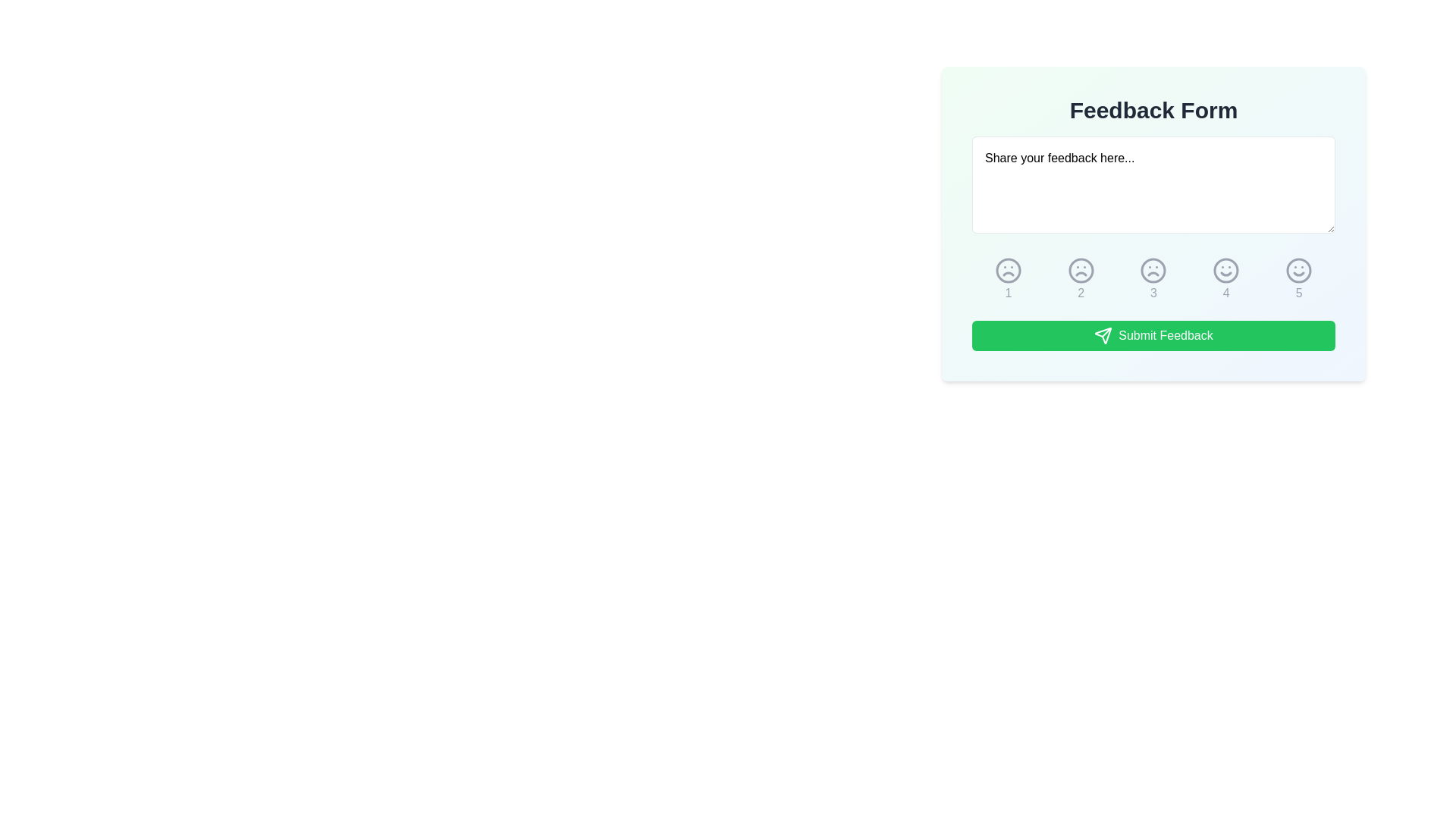 The height and width of the screenshot is (819, 1456). Describe the element at coordinates (1103, 335) in the screenshot. I see `the paper airplane icon embedded within the green 'Submit Feedback' button, which is positioned to the left of the button label` at that location.